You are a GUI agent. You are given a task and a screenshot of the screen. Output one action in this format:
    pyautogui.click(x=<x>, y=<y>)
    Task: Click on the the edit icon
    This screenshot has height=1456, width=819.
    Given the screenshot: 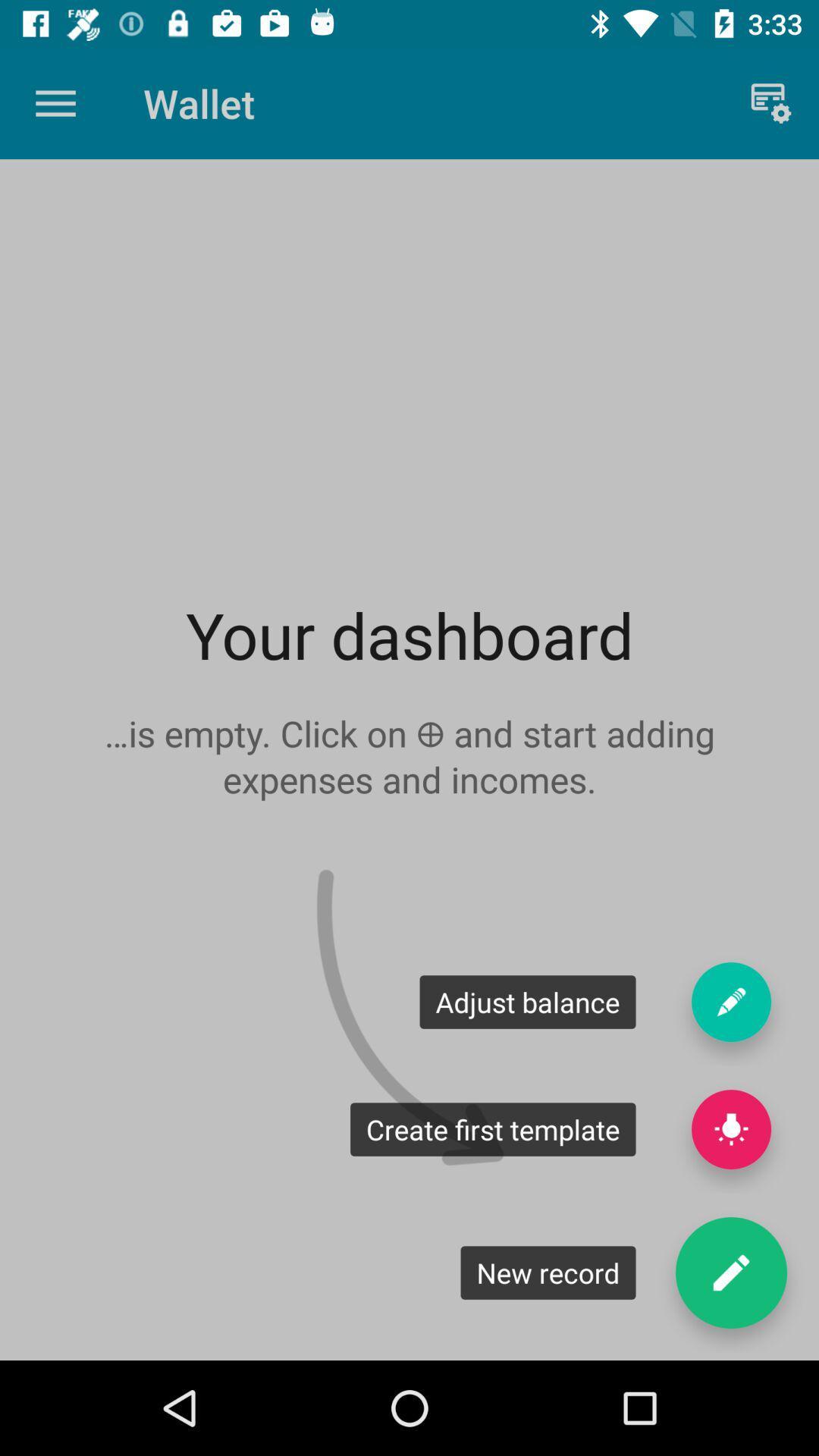 What is the action you would take?
    pyautogui.click(x=730, y=1272)
    